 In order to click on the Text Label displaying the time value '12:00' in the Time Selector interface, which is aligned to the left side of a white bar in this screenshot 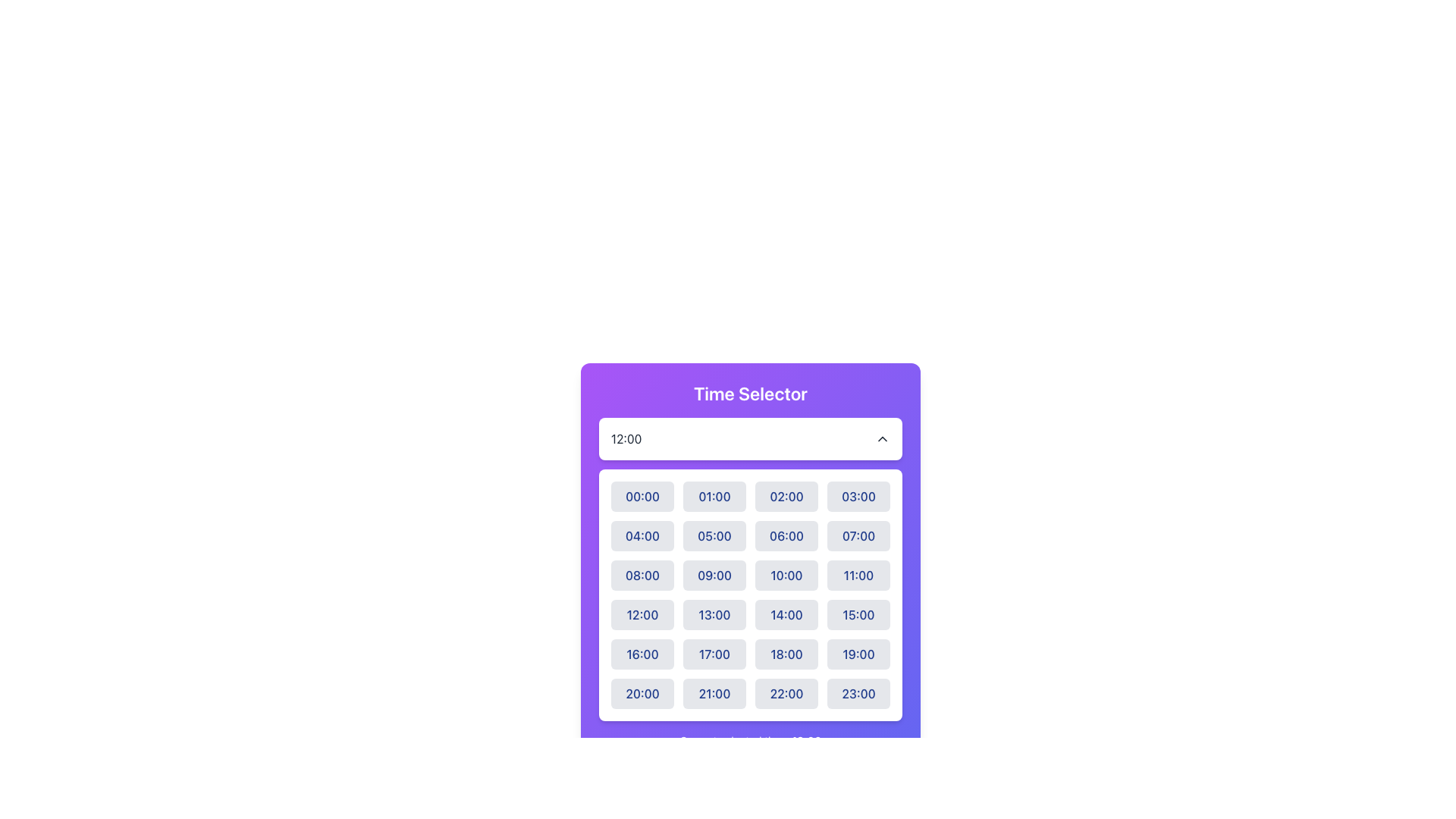, I will do `click(626, 438)`.